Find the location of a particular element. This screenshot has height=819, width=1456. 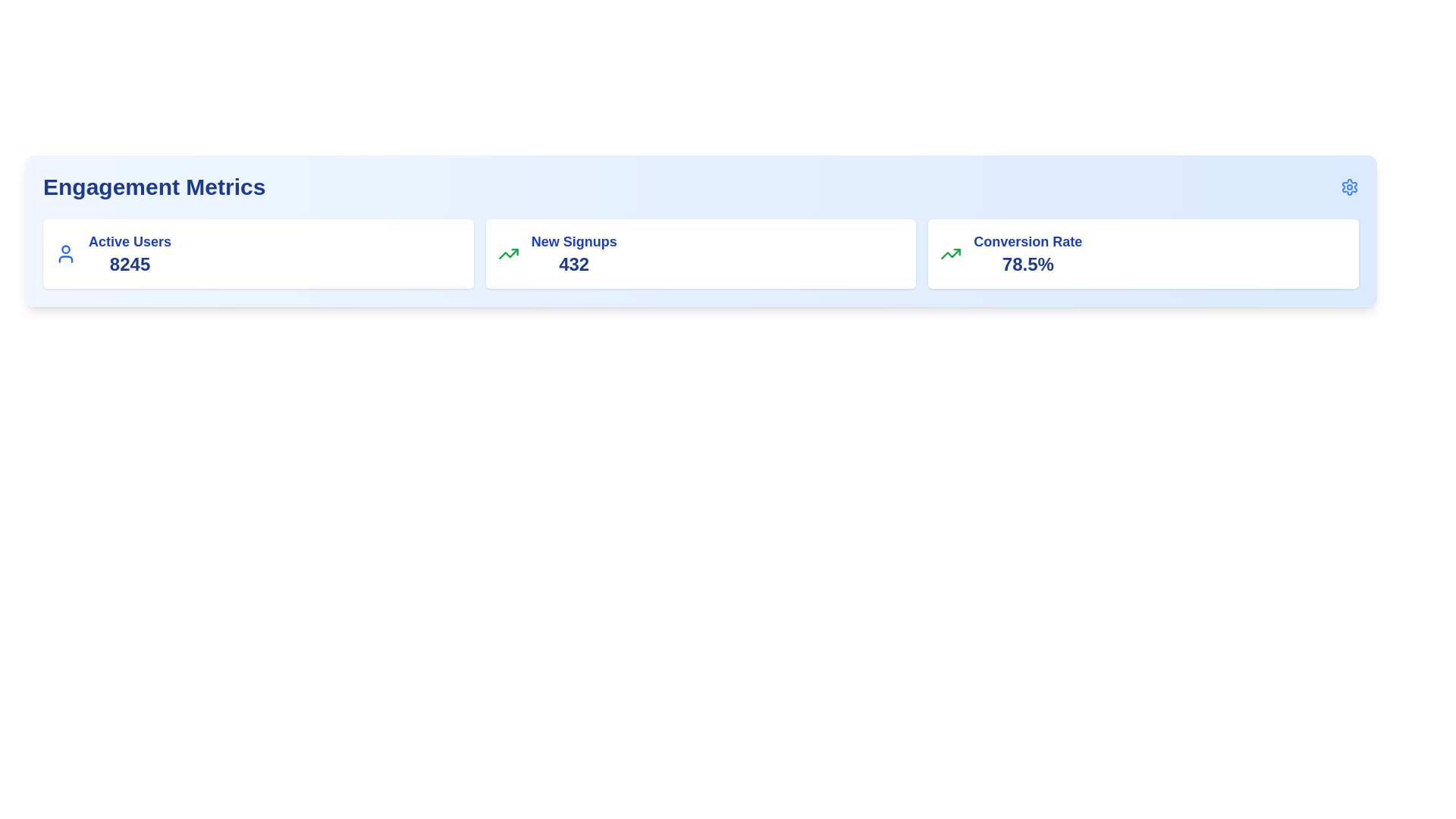

the Informational Text Block that displays the current number of active users, located at the top-left corner of the first card under 'Engagement Metrics' is located at coordinates (130, 253).